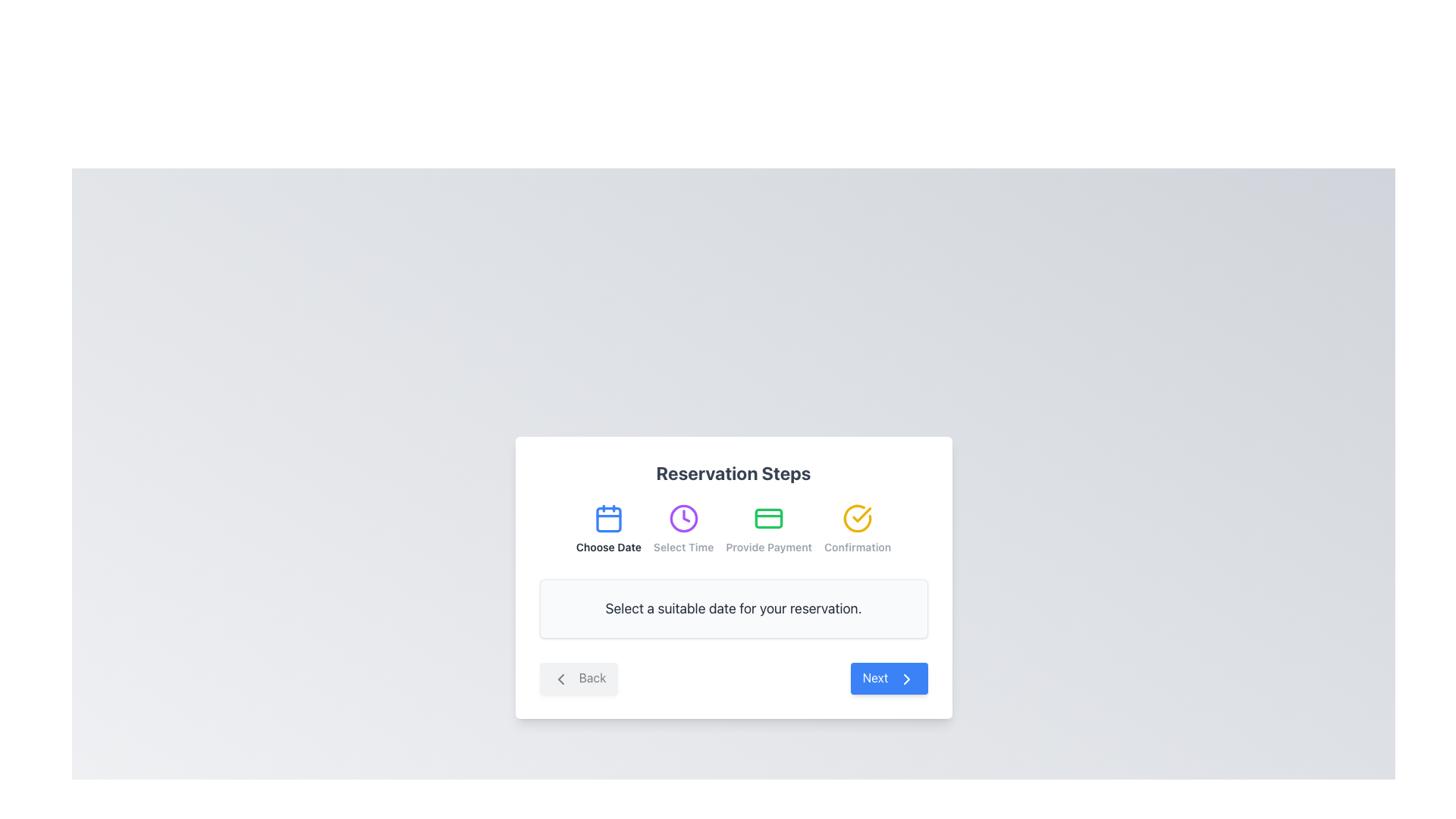 The height and width of the screenshot is (819, 1456). Describe the element at coordinates (858, 548) in the screenshot. I see `the 'Confirmation' text label, which is the fourth and last label in a sequence of steps under 'Reservation Steps' and aligned below a yellow circular checkmark icon` at that location.